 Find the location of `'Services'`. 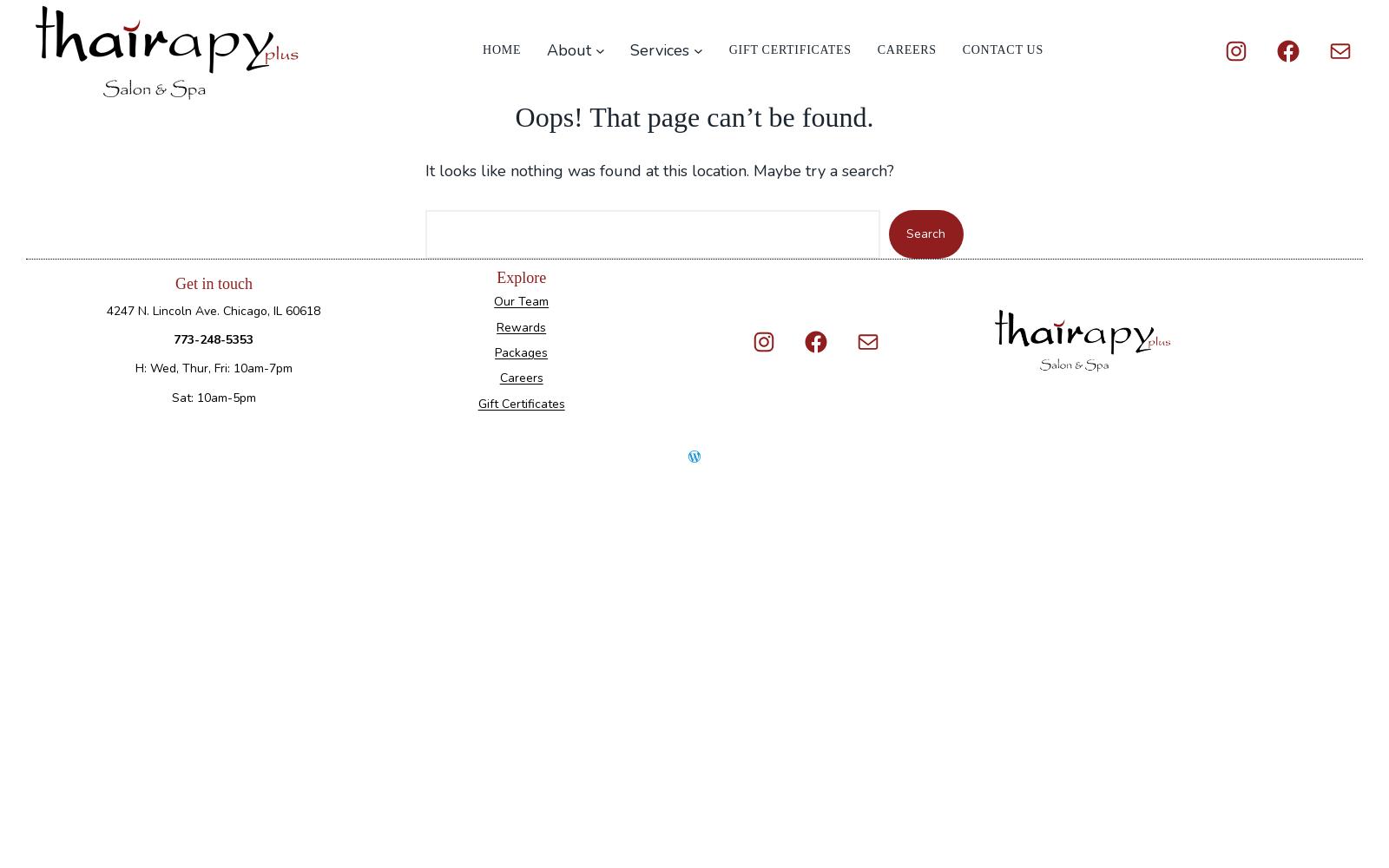

'Services' is located at coordinates (629, 50).